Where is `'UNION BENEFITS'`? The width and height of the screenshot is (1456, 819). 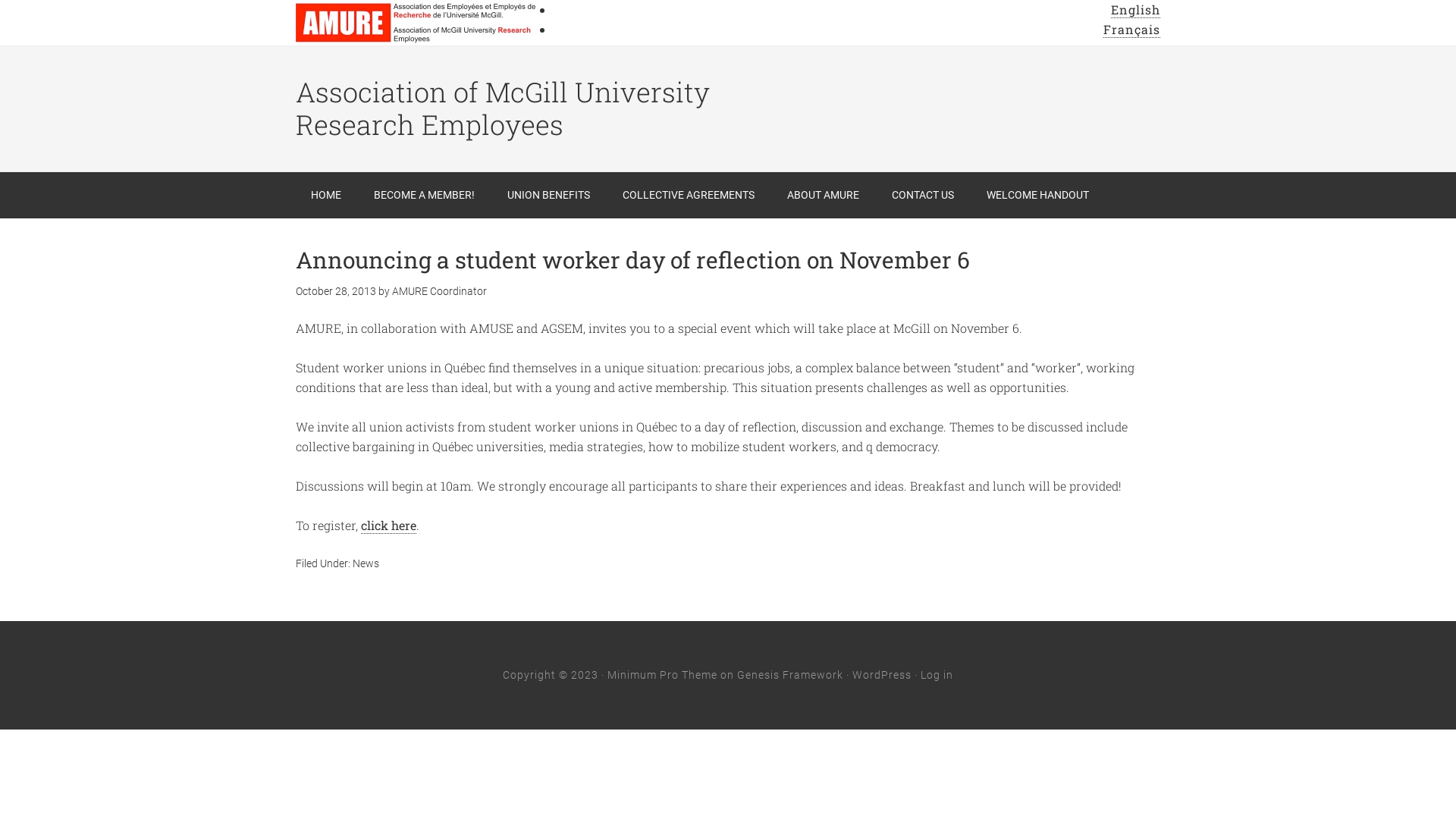 'UNION BENEFITS' is located at coordinates (491, 194).